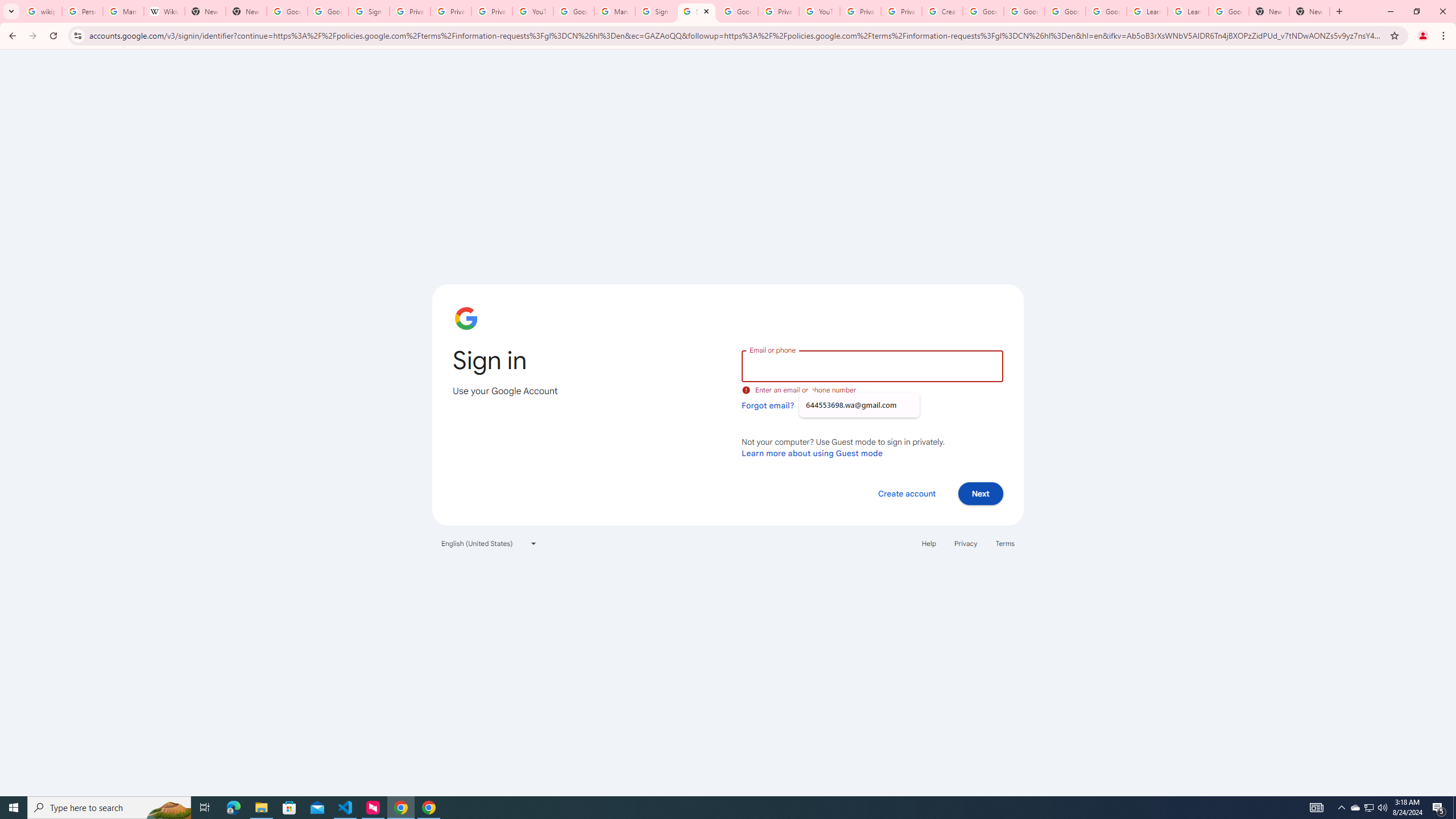 This screenshot has width=1456, height=819. I want to click on 'Email or phone', so click(871, 365).